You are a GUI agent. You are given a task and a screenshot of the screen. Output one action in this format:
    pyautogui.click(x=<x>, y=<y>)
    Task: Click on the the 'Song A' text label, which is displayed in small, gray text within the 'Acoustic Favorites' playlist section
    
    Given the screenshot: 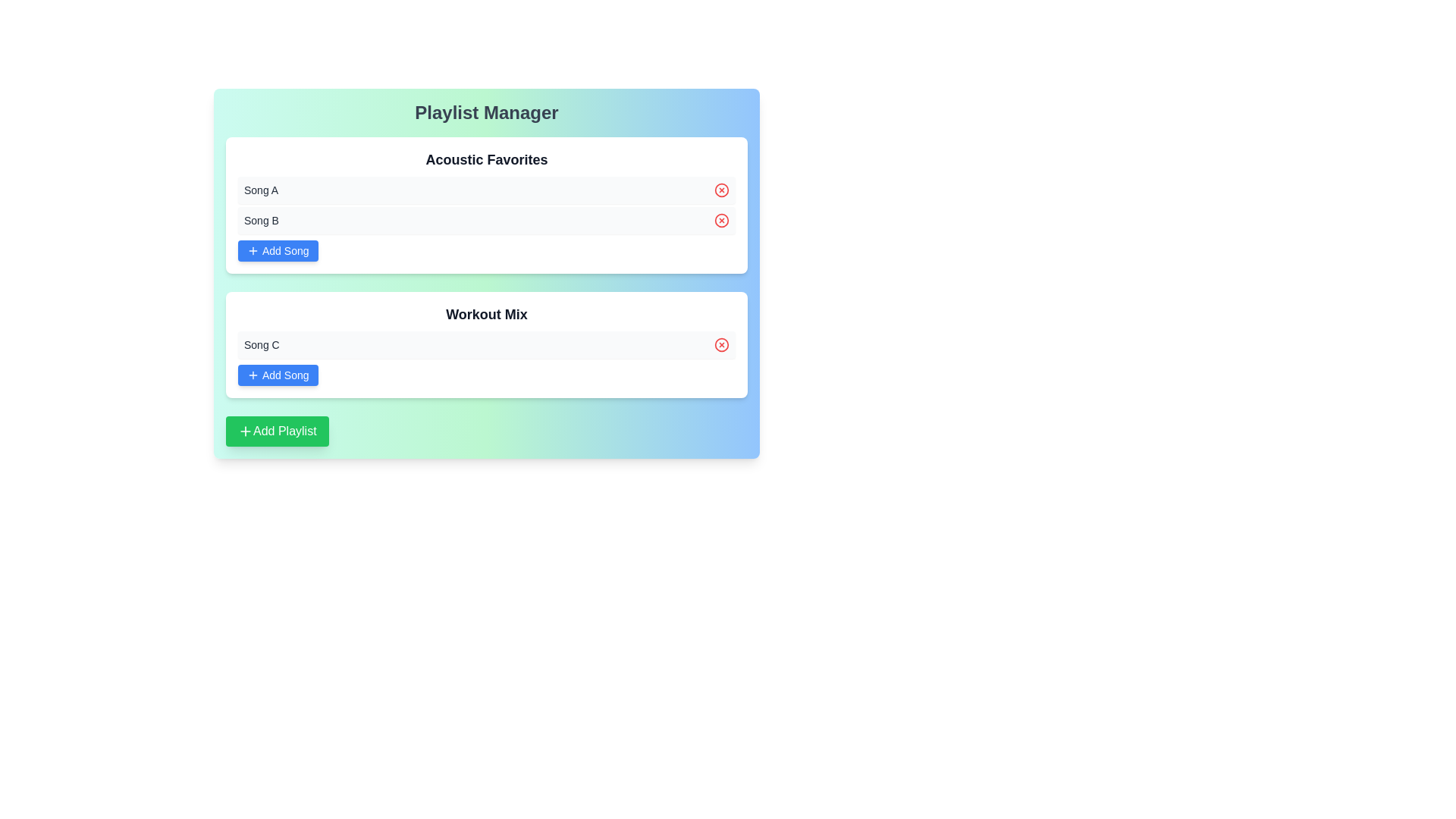 What is the action you would take?
    pyautogui.click(x=261, y=189)
    